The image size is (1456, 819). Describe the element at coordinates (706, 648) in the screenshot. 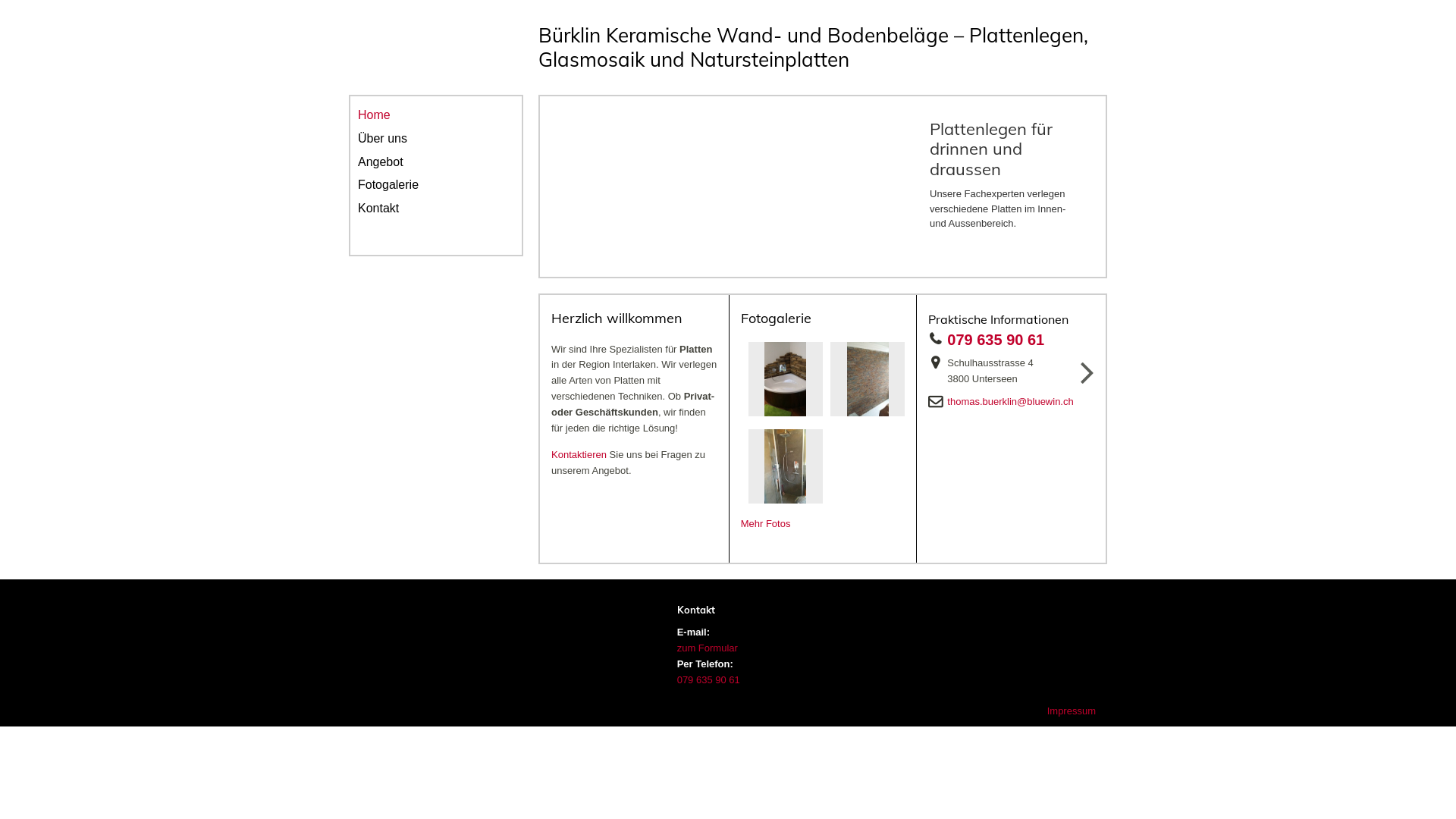

I see `'zum Formular'` at that location.